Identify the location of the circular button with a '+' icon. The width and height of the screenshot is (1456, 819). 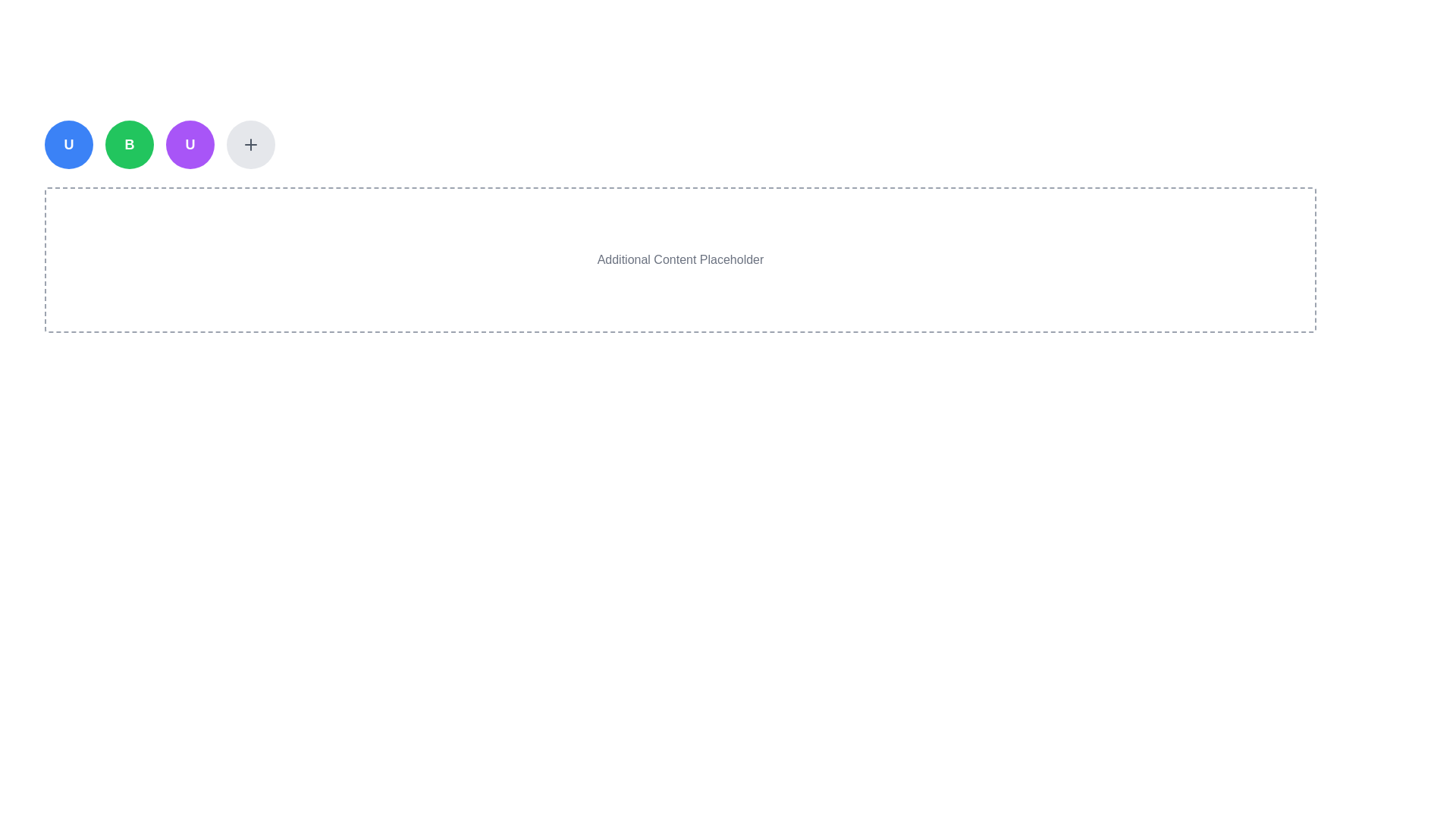
(251, 145).